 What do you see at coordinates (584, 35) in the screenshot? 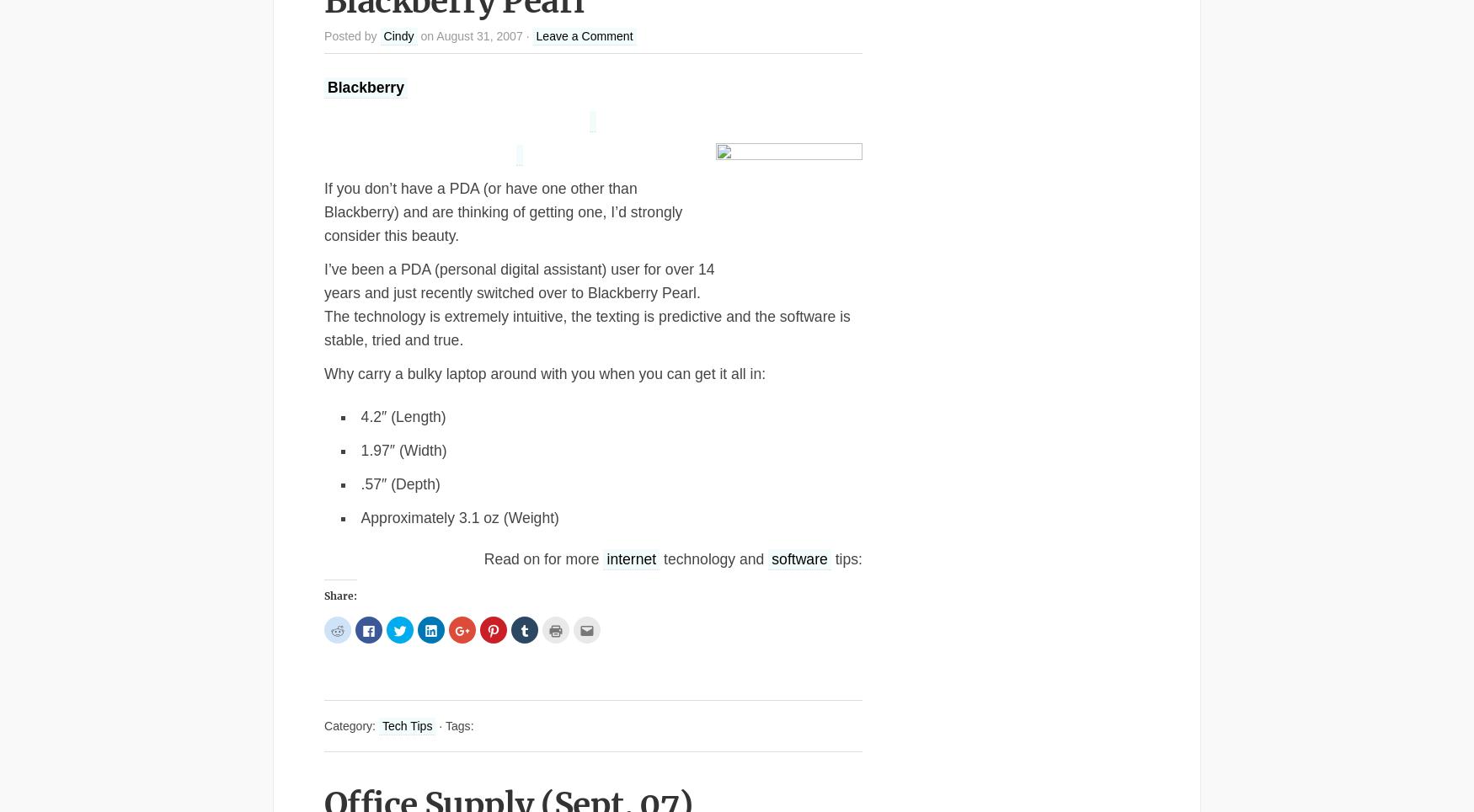
I see `'Leave a Comment'` at bounding box center [584, 35].